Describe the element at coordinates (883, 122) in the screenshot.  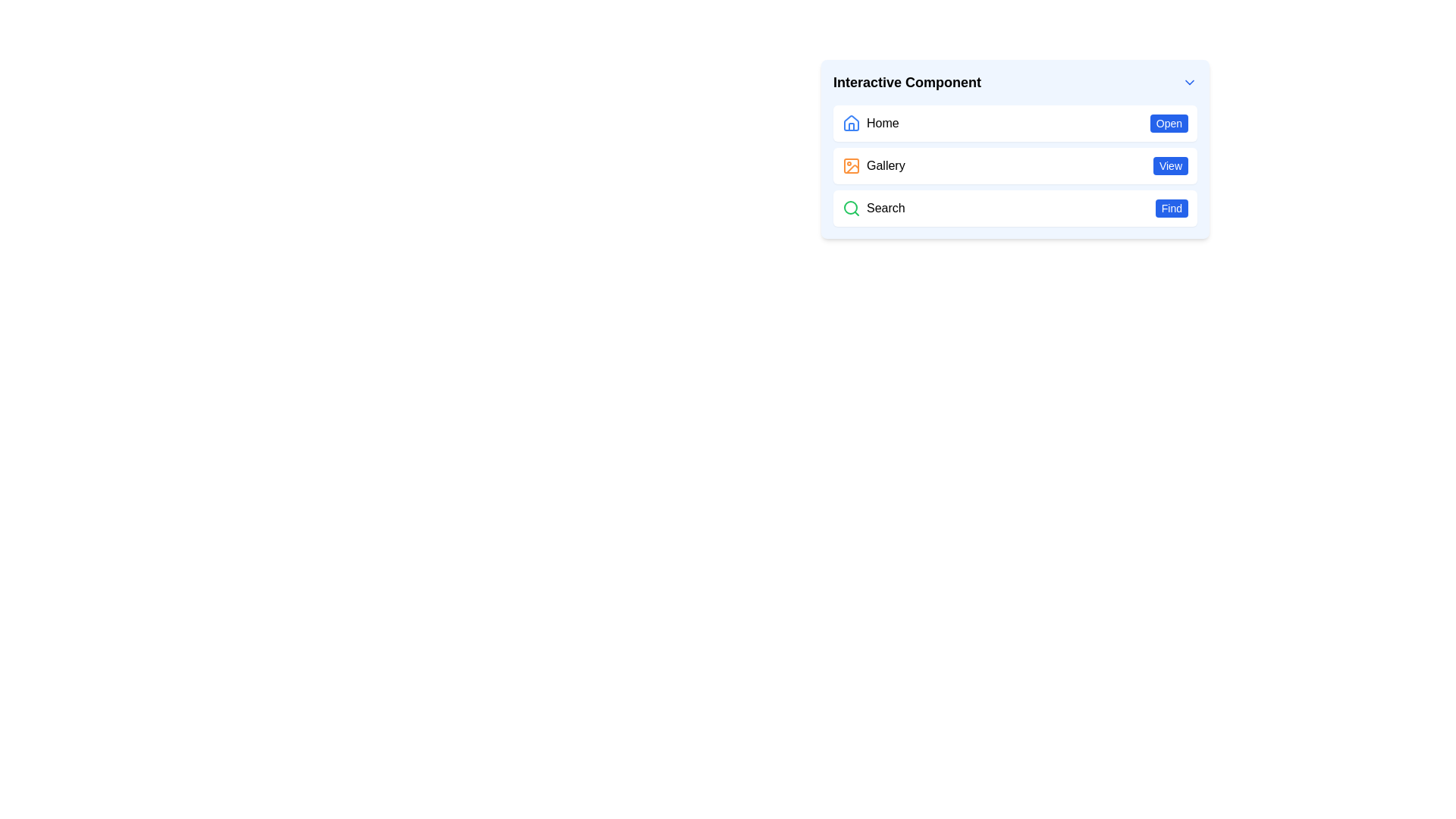
I see `the 'Home' text label that is positioned to the right of the house-shaped icon and to the left of the blue button labeled 'Open'` at that location.